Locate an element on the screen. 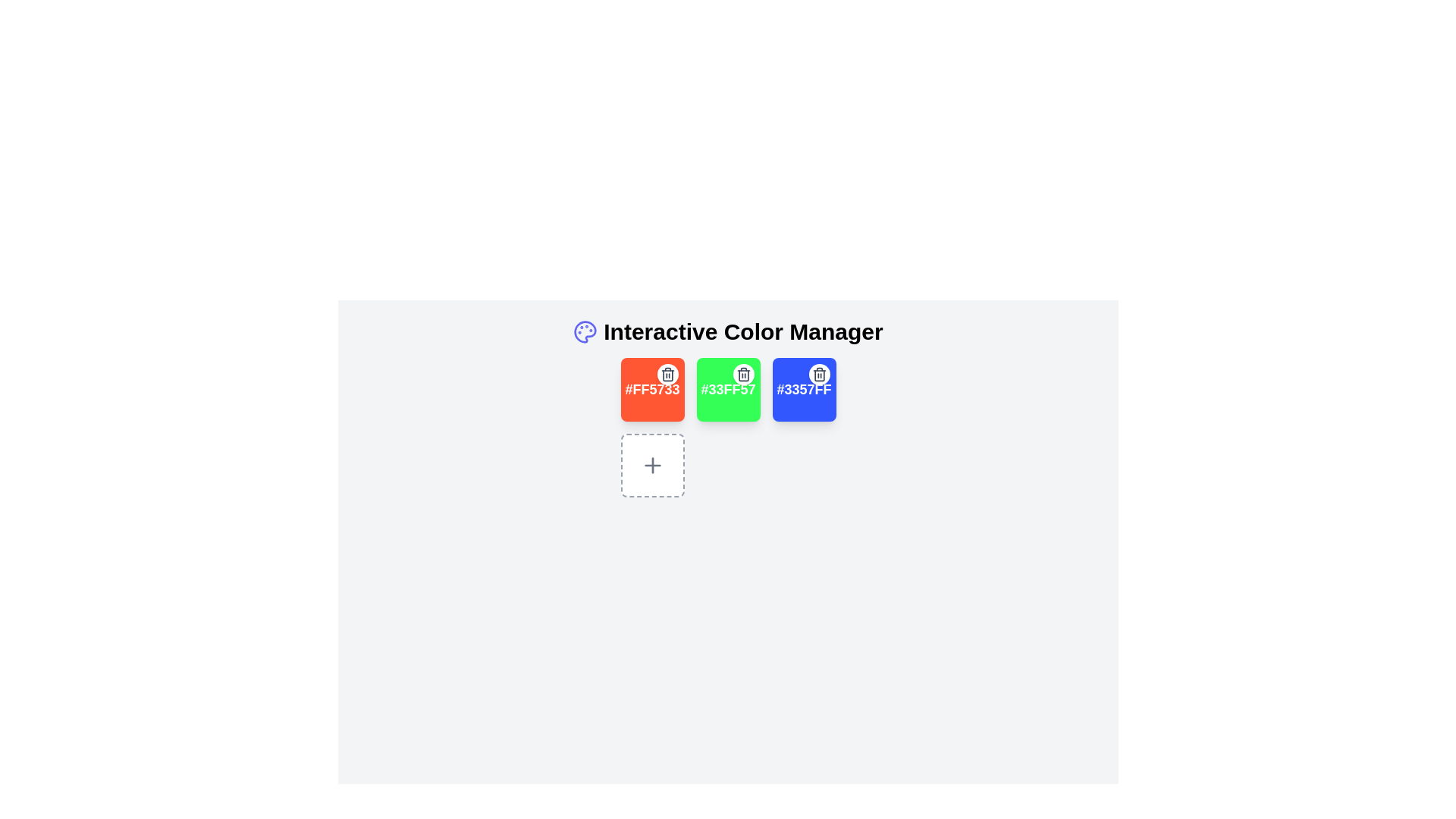 The image size is (1456, 819). the white square button with a dashed border and a gray plus icon, located at the bottom-left corner of the grid layout is located at coordinates (652, 464).